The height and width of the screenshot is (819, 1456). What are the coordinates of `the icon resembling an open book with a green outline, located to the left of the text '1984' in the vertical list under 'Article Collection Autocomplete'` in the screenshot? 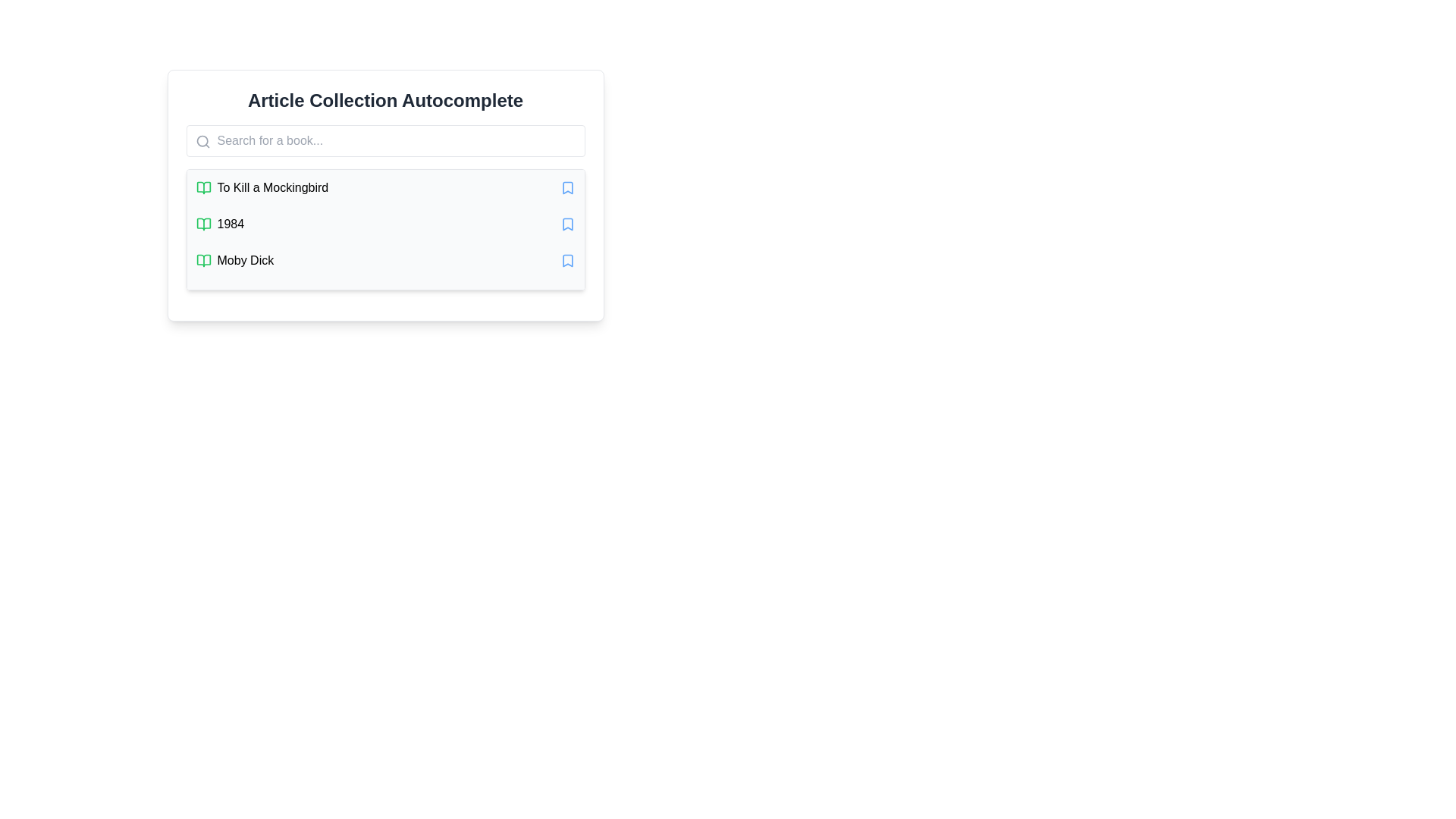 It's located at (202, 224).